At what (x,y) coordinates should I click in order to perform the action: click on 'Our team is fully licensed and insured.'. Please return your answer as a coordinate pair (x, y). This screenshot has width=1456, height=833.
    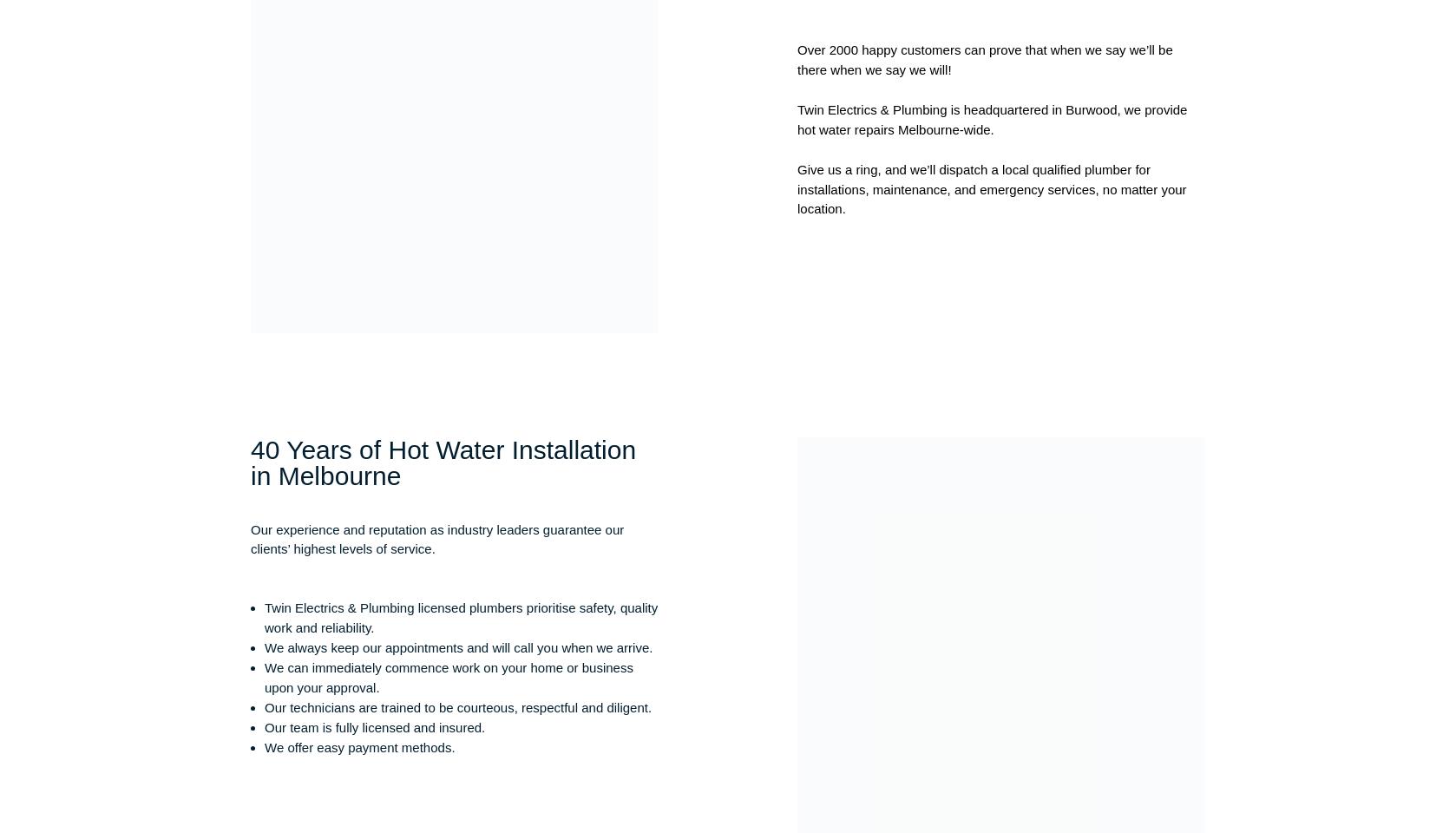
    Looking at the image, I should click on (373, 726).